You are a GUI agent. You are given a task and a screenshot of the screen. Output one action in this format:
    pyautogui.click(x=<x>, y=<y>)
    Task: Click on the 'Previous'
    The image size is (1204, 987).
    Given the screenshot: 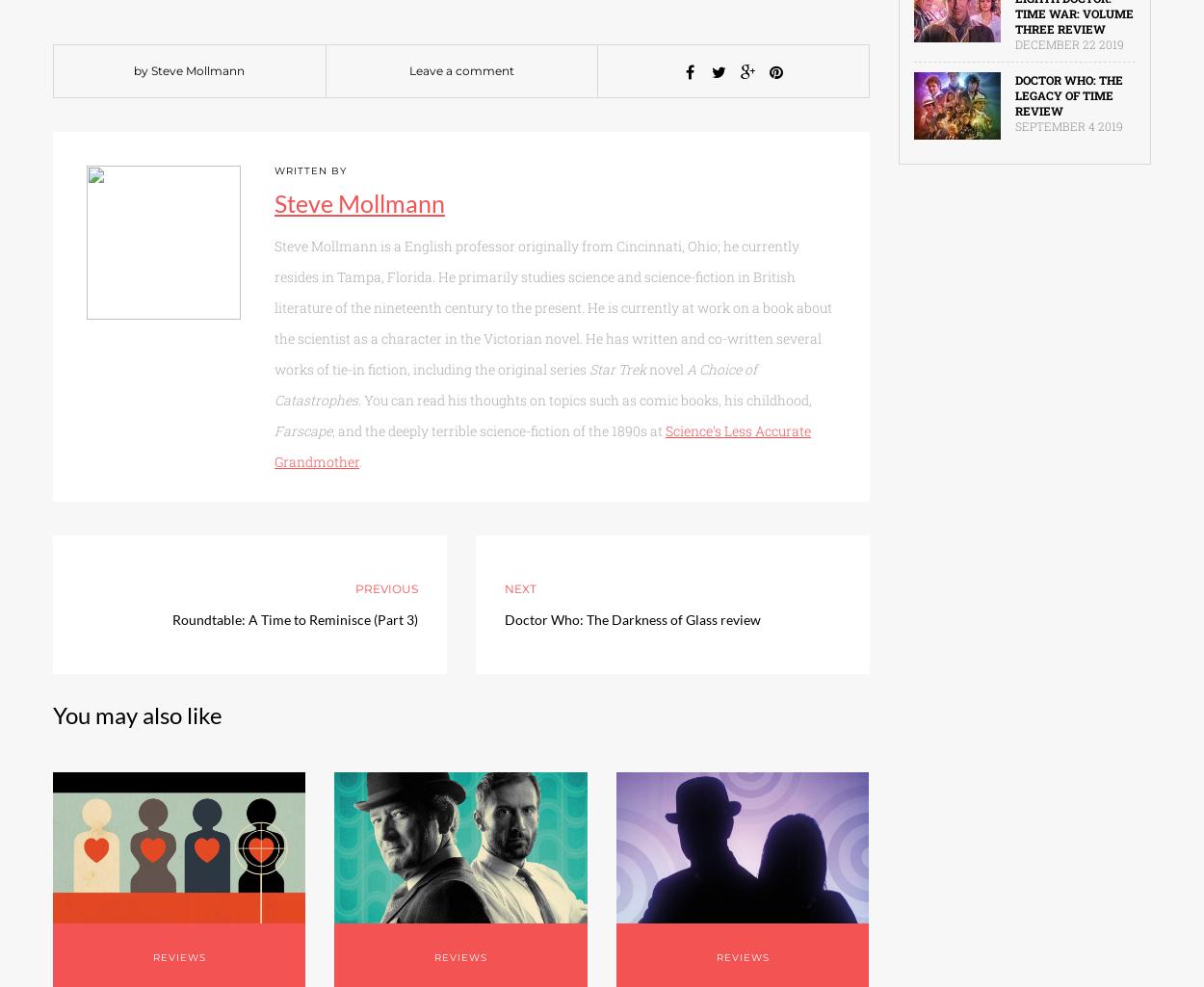 What is the action you would take?
    pyautogui.click(x=385, y=587)
    